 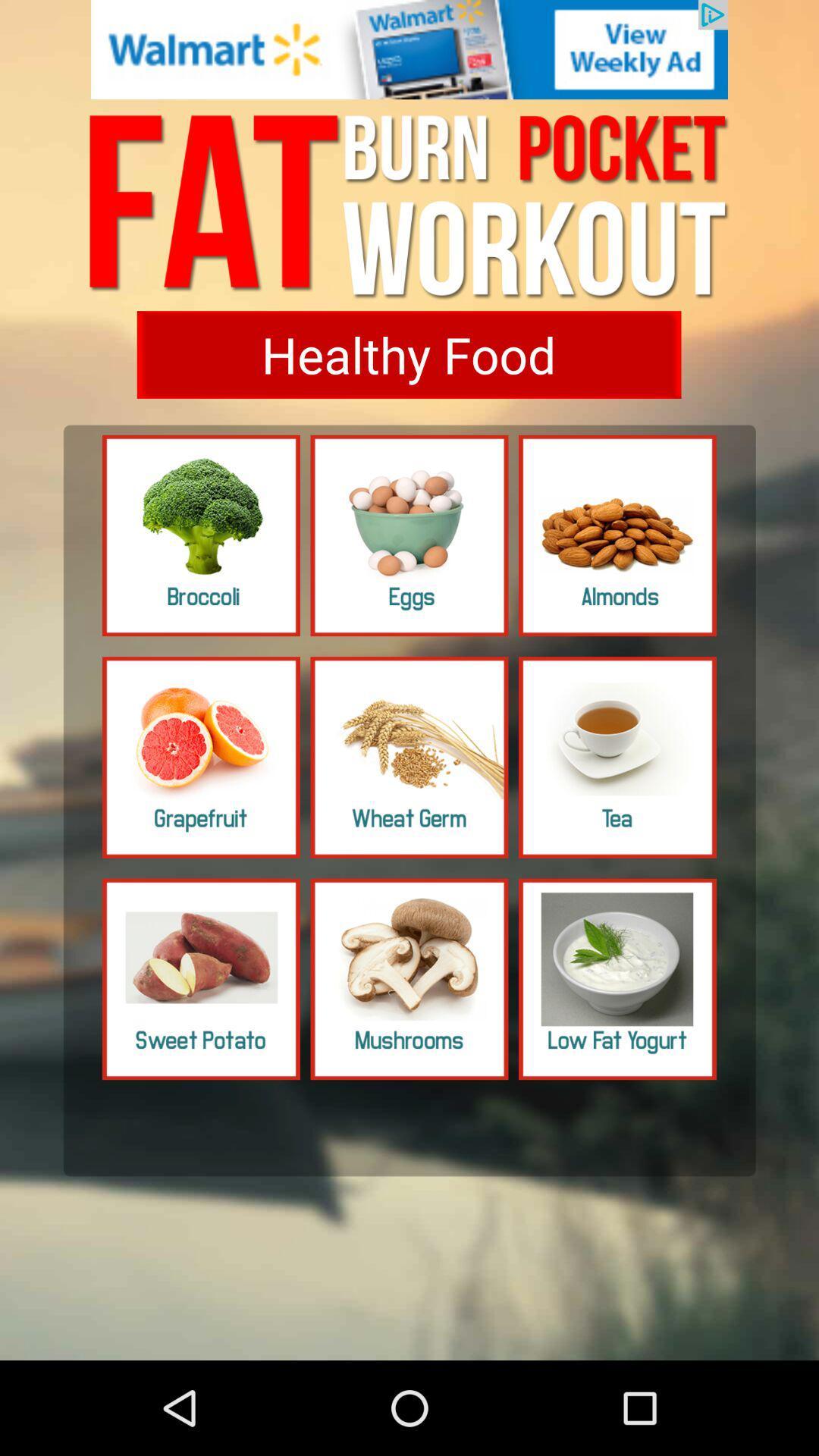 What do you see at coordinates (409, 535) in the screenshot?
I see `eggs image` at bounding box center [409, 535].